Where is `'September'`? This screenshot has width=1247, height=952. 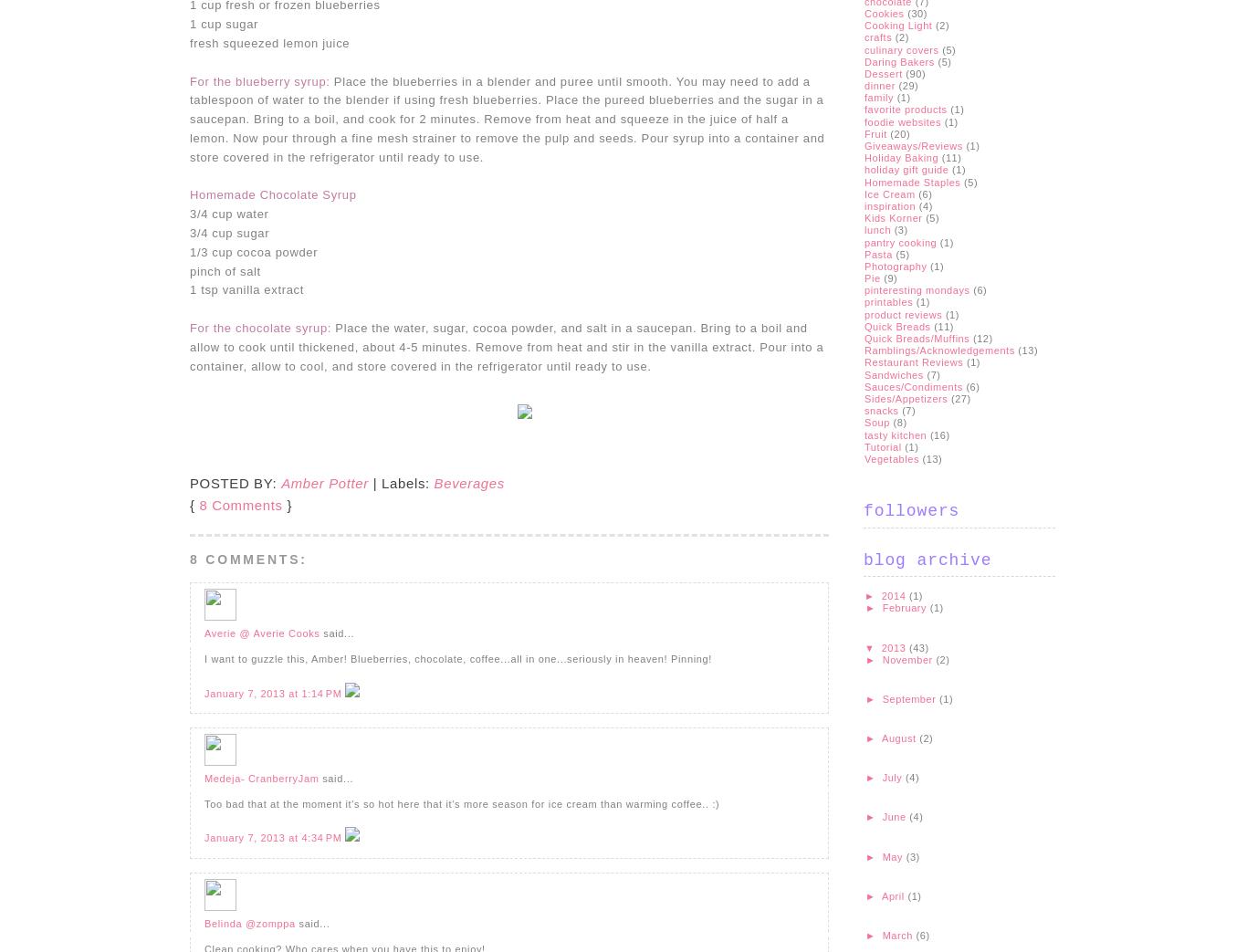 'September' is located at coordinates (910, 697).